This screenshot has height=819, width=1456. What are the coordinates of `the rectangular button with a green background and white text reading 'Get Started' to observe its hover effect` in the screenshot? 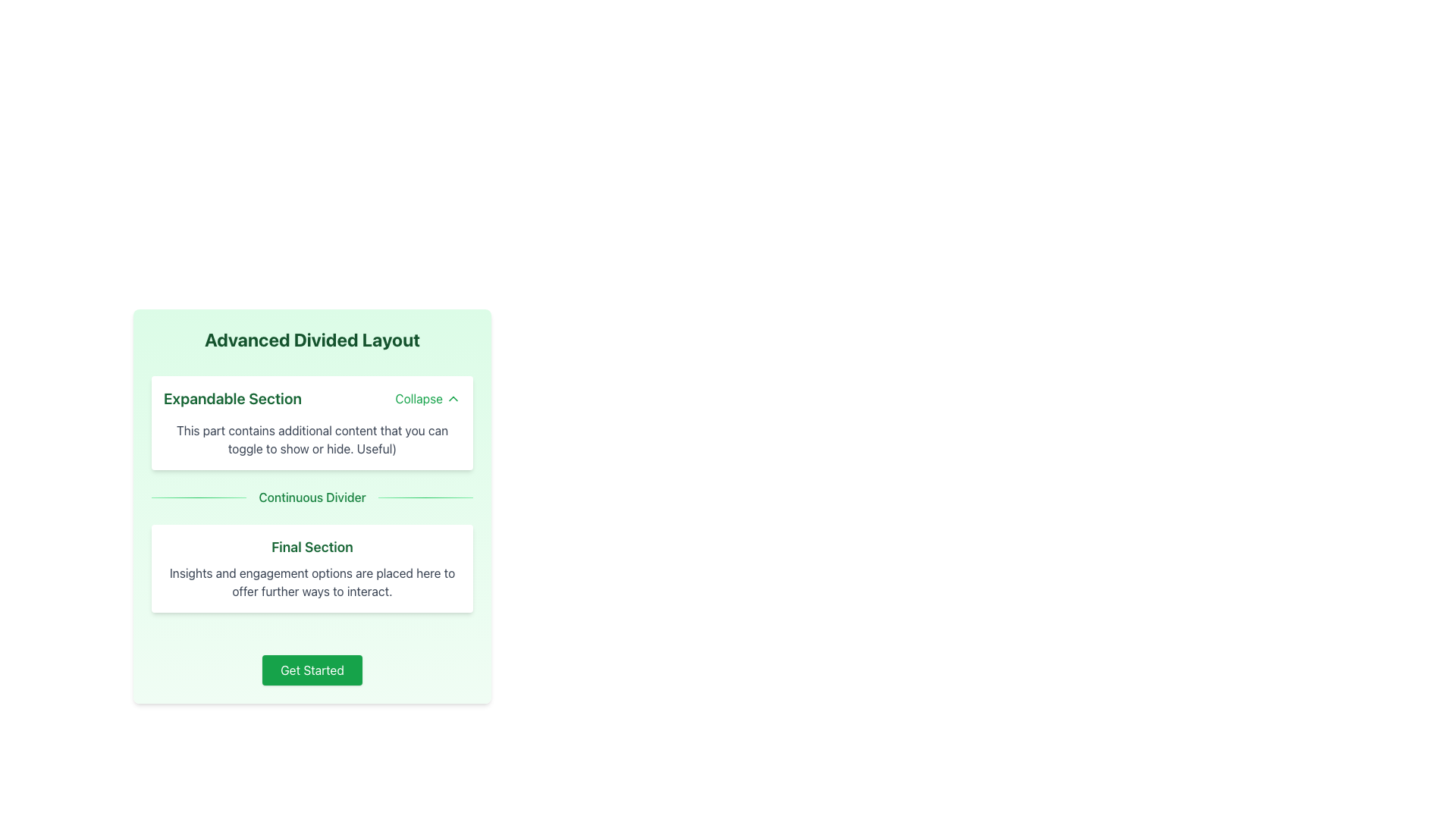 It's located at (312, 669).